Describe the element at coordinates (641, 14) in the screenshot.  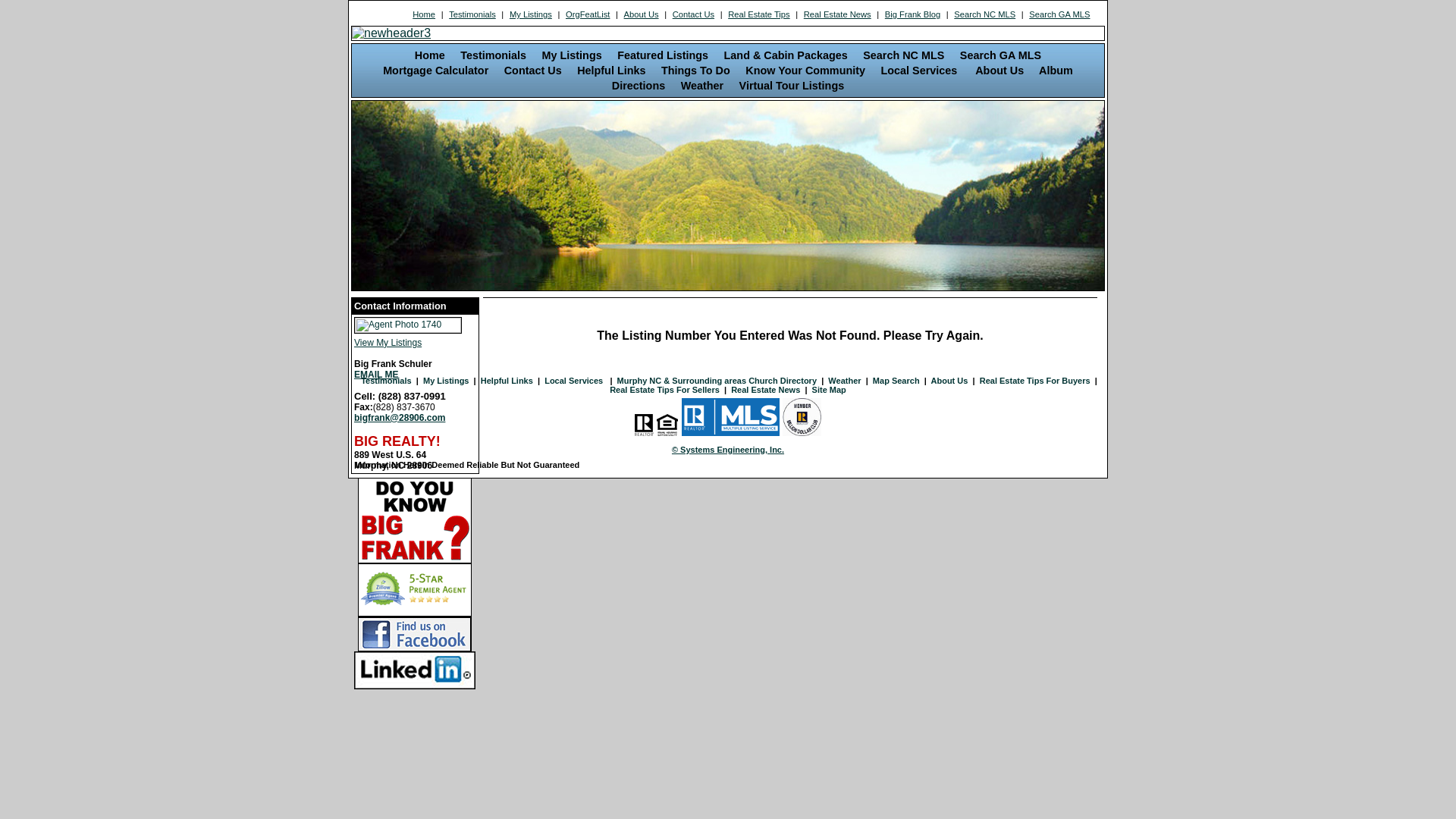
I see `'About Us'` at that location.